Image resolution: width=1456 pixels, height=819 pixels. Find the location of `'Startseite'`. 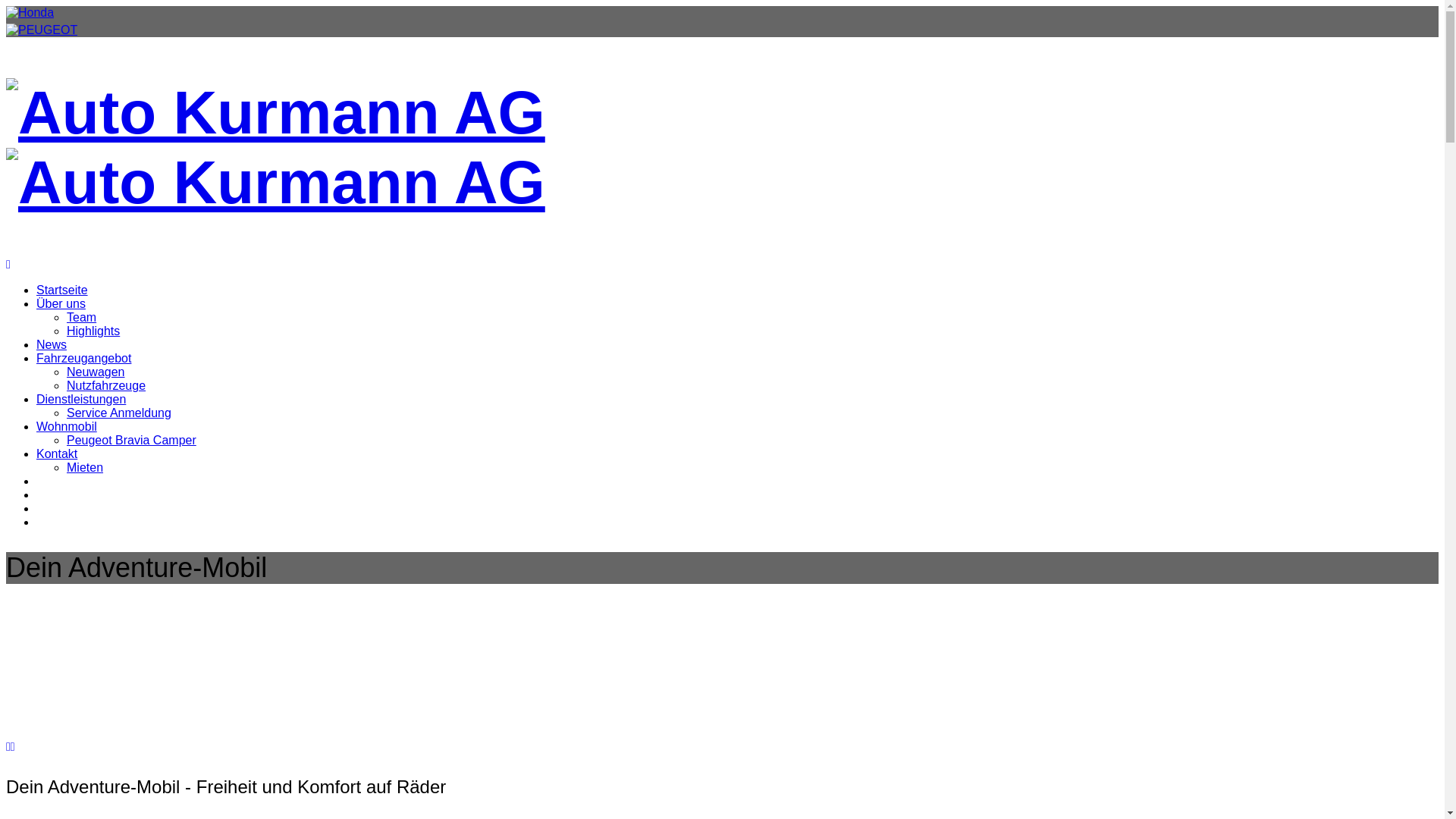

'Startseite' is located at coordinates (61, 290).